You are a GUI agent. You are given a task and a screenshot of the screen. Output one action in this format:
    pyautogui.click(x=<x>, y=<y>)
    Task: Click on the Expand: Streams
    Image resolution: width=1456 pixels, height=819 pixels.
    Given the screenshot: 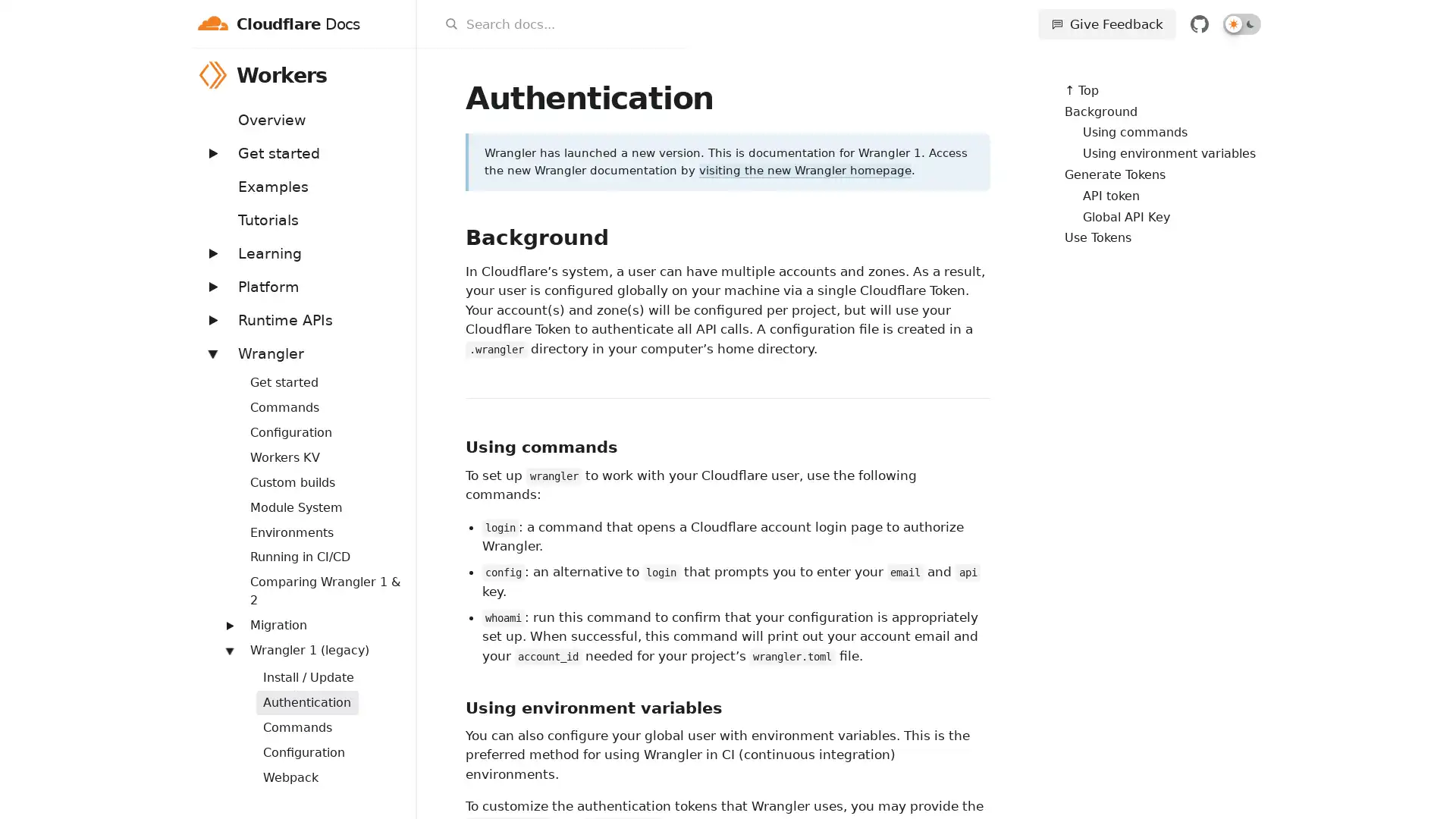 What is the action you would take?
    pyautogui.click(x=221, y=698)
    